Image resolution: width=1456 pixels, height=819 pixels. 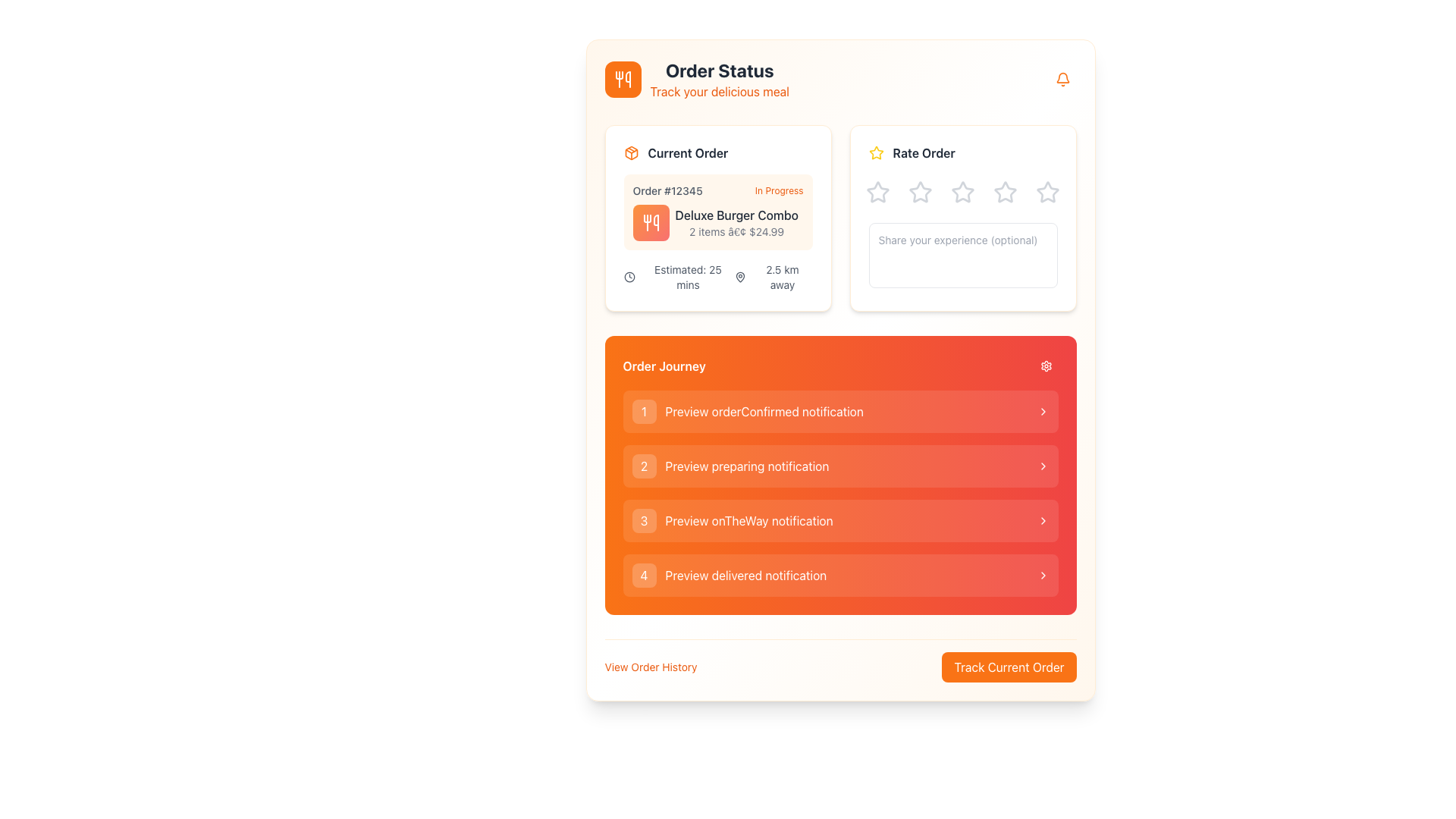 I want to click on the fifth star rating icon in the 'Rate Order' section, so click(x=1047, y=192).